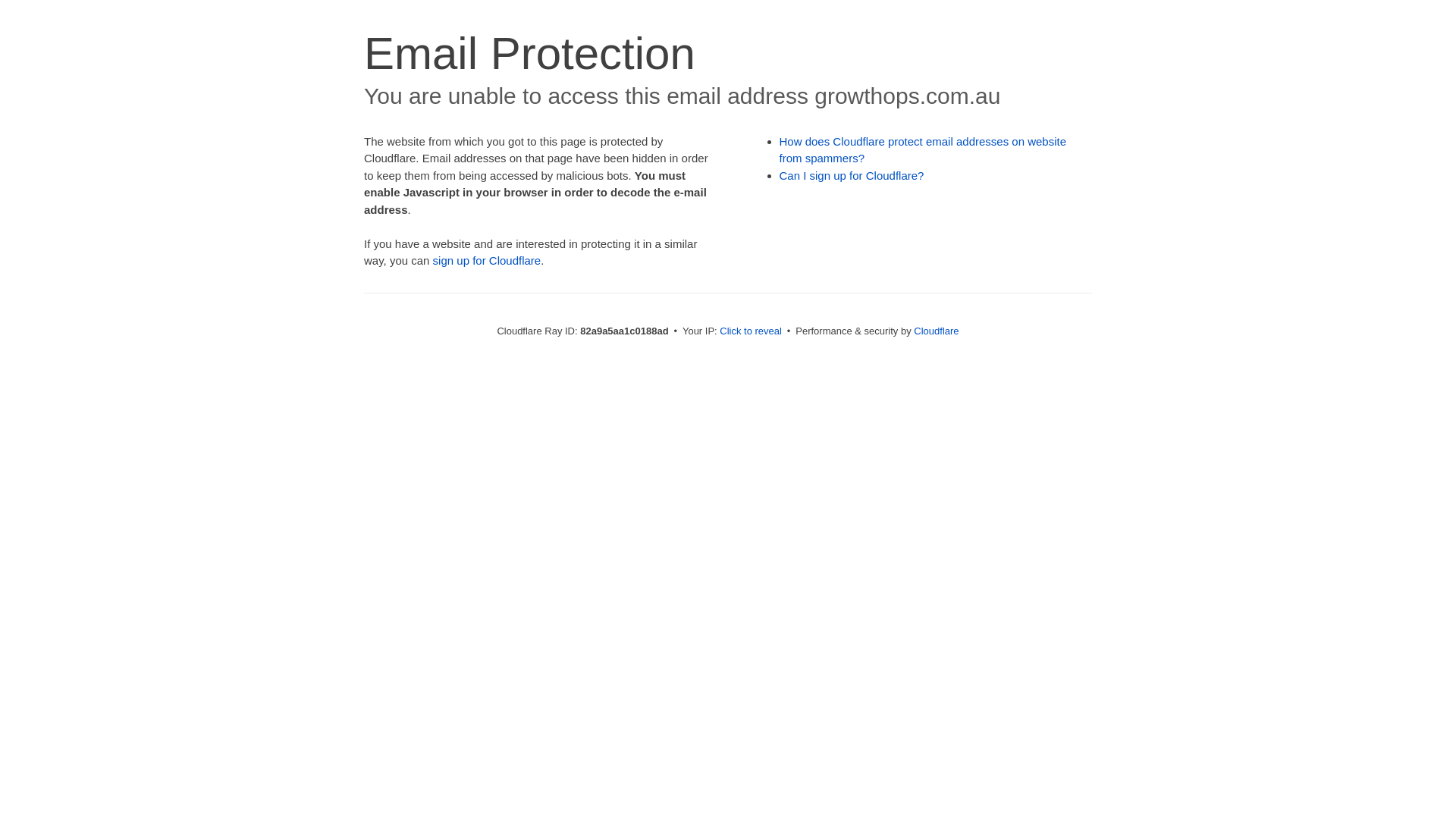  What do you see at coordinates (719, 330) in the screenshot?
I see `'Click to reveal'` at bounding box center [719, 330].